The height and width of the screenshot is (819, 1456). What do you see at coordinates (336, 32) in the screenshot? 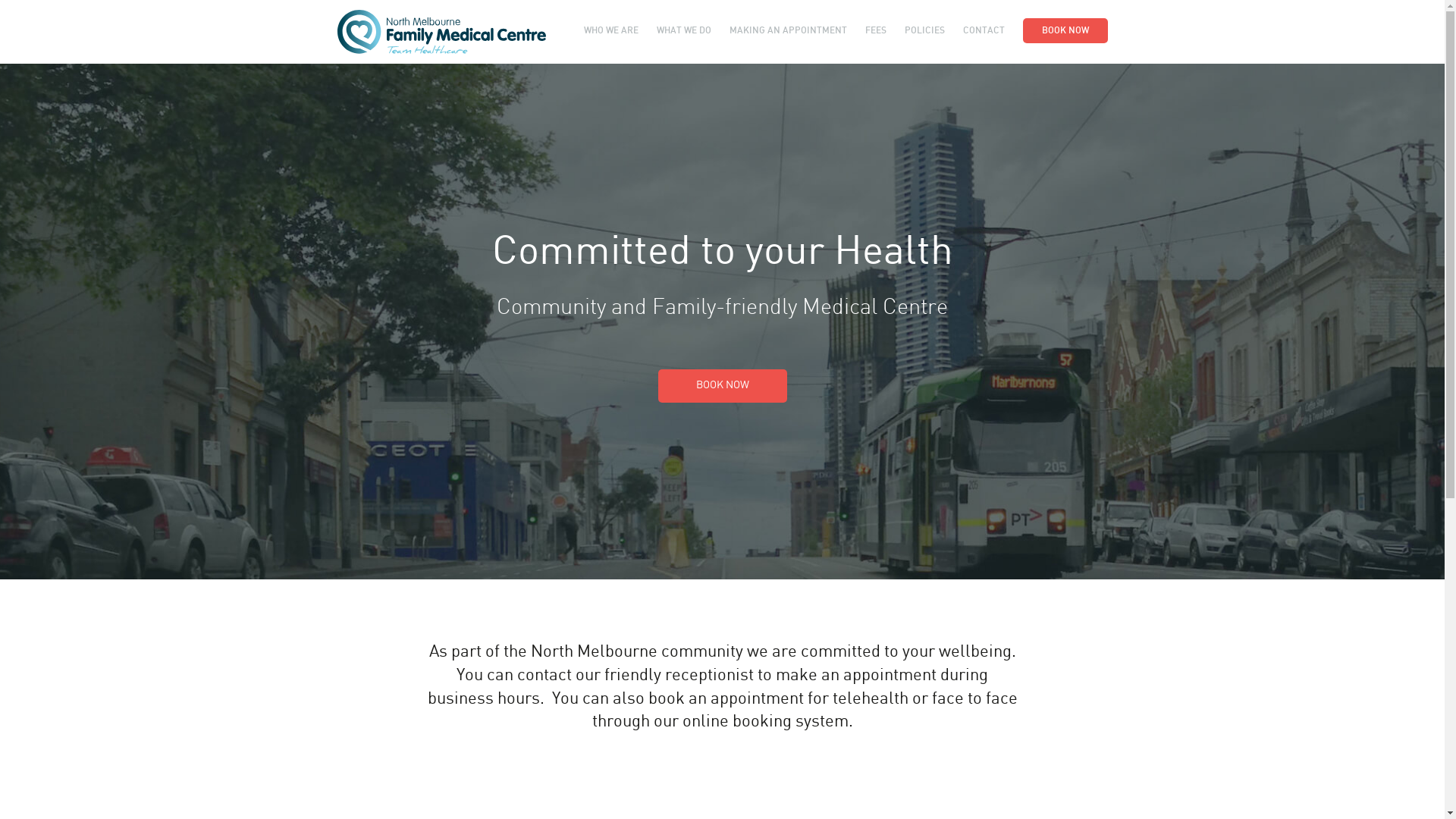
I see `'North Melbourne Family Medical Centre'` at bounding box center [336, 32].